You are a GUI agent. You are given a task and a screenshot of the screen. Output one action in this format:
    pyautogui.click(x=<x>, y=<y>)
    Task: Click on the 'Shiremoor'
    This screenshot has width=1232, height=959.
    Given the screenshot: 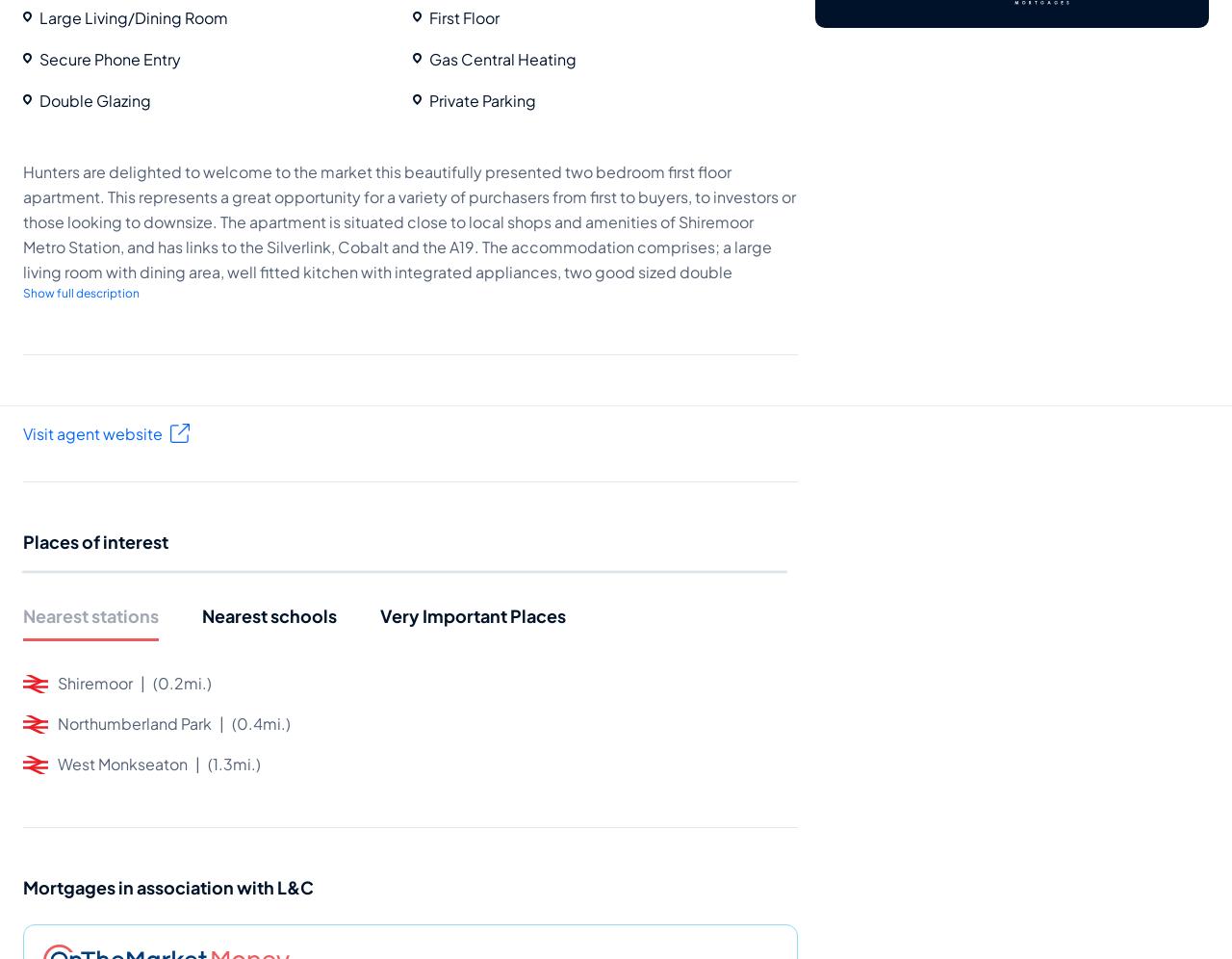 What is the action you would take?
    pyautogui.click(x=93, y=681)
    